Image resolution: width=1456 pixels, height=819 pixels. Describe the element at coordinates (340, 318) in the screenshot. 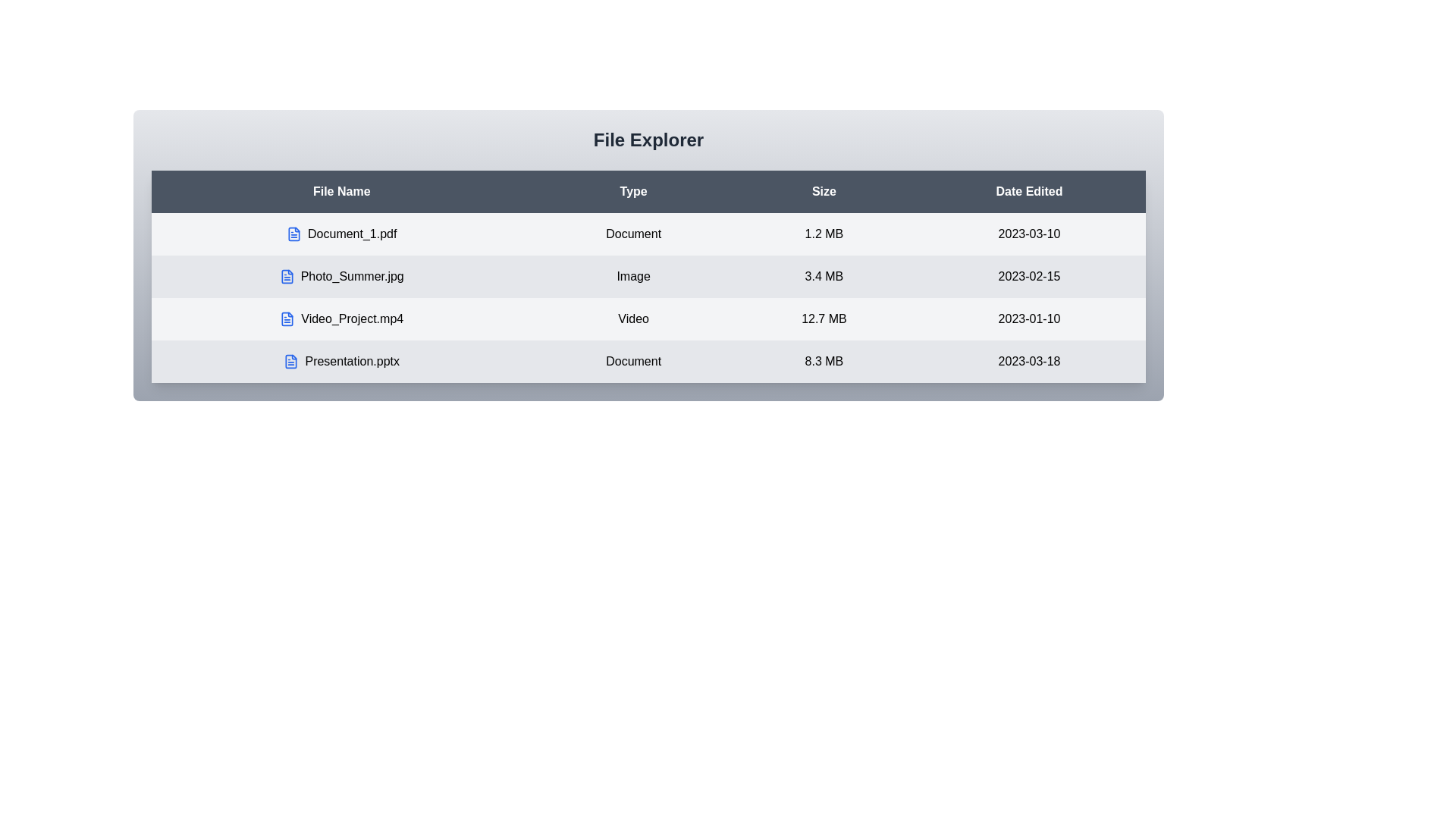

I see `the row corresponding to the file Video_Project.mp4` at that location.